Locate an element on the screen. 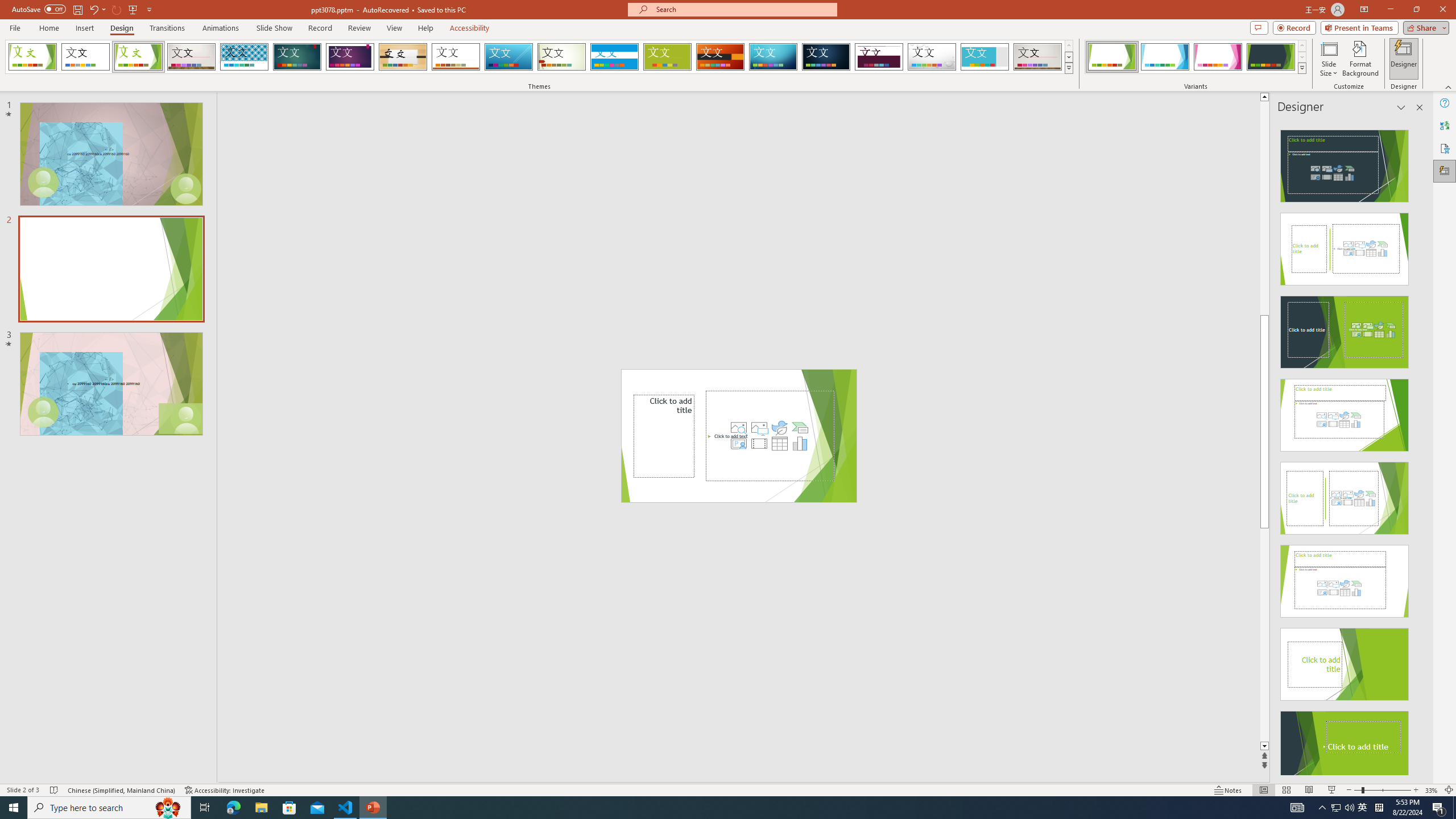 This screenshot has width=1456, height=819. 'Berlin' is located at coordinates (721, 56).